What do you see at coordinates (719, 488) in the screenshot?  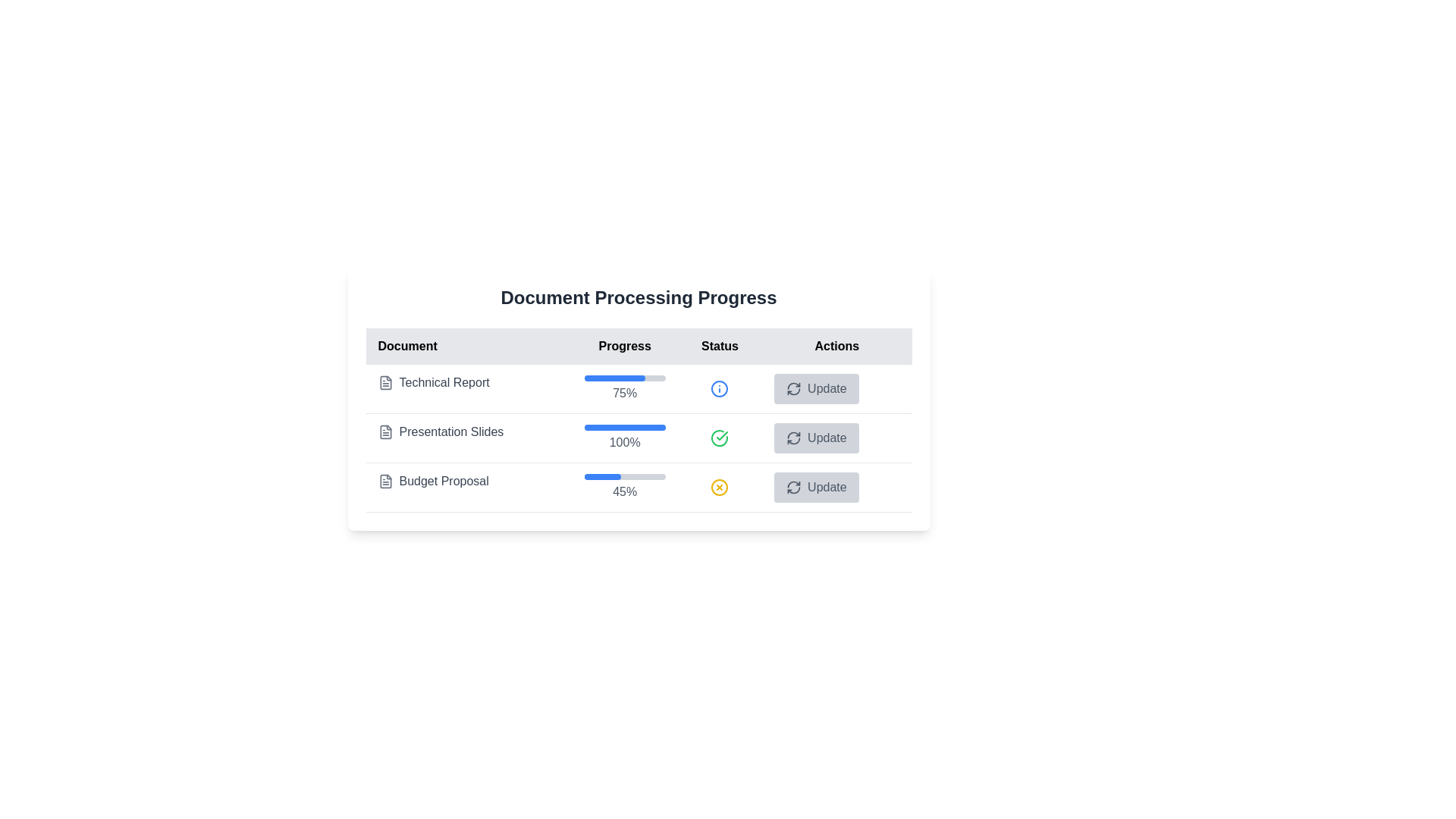 I see `the warning icon indicating an issue status related to the 'Budget Proposal' entry, located in the 'Status' column of the table, specifically the third icon from the top` at bounding box center [719, 488].